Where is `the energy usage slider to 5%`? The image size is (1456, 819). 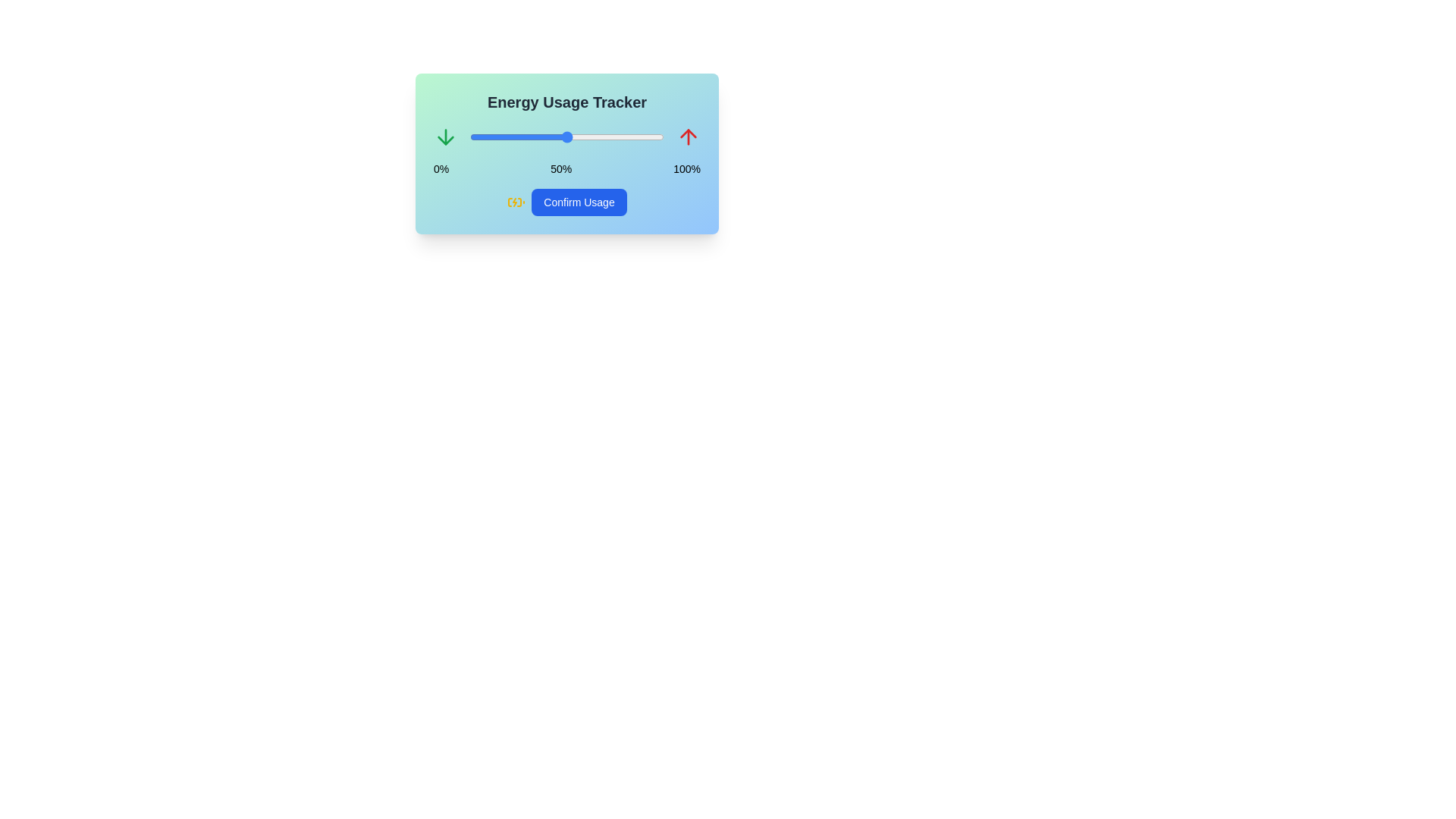 the energy usage slider to 5% is located at coordinates (479, 137).